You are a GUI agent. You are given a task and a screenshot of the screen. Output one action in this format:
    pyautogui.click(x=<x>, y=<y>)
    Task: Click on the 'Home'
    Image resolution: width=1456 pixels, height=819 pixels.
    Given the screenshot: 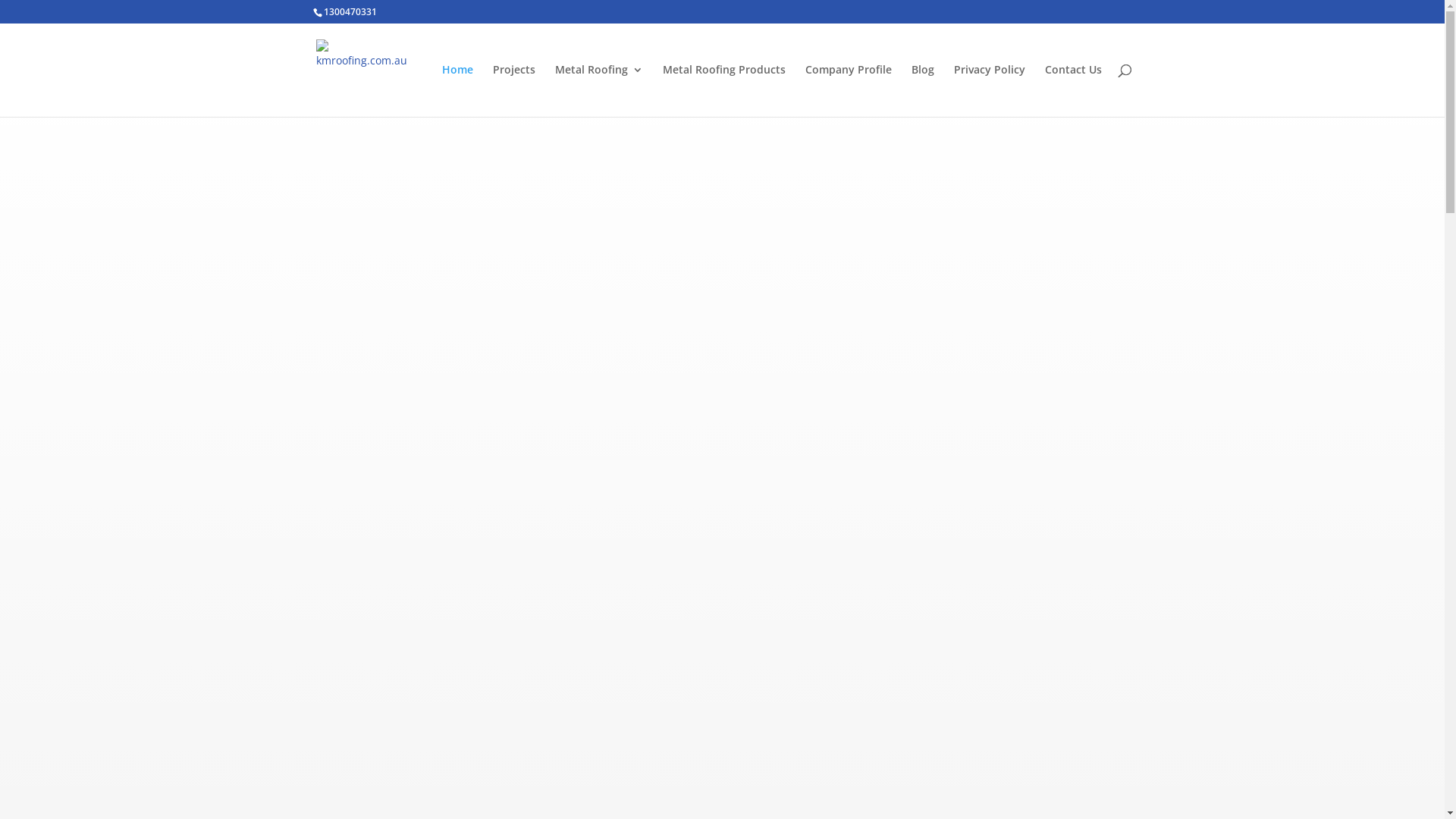 What is the action you would take?
    pyautogui.click(x=456, y=90)
    